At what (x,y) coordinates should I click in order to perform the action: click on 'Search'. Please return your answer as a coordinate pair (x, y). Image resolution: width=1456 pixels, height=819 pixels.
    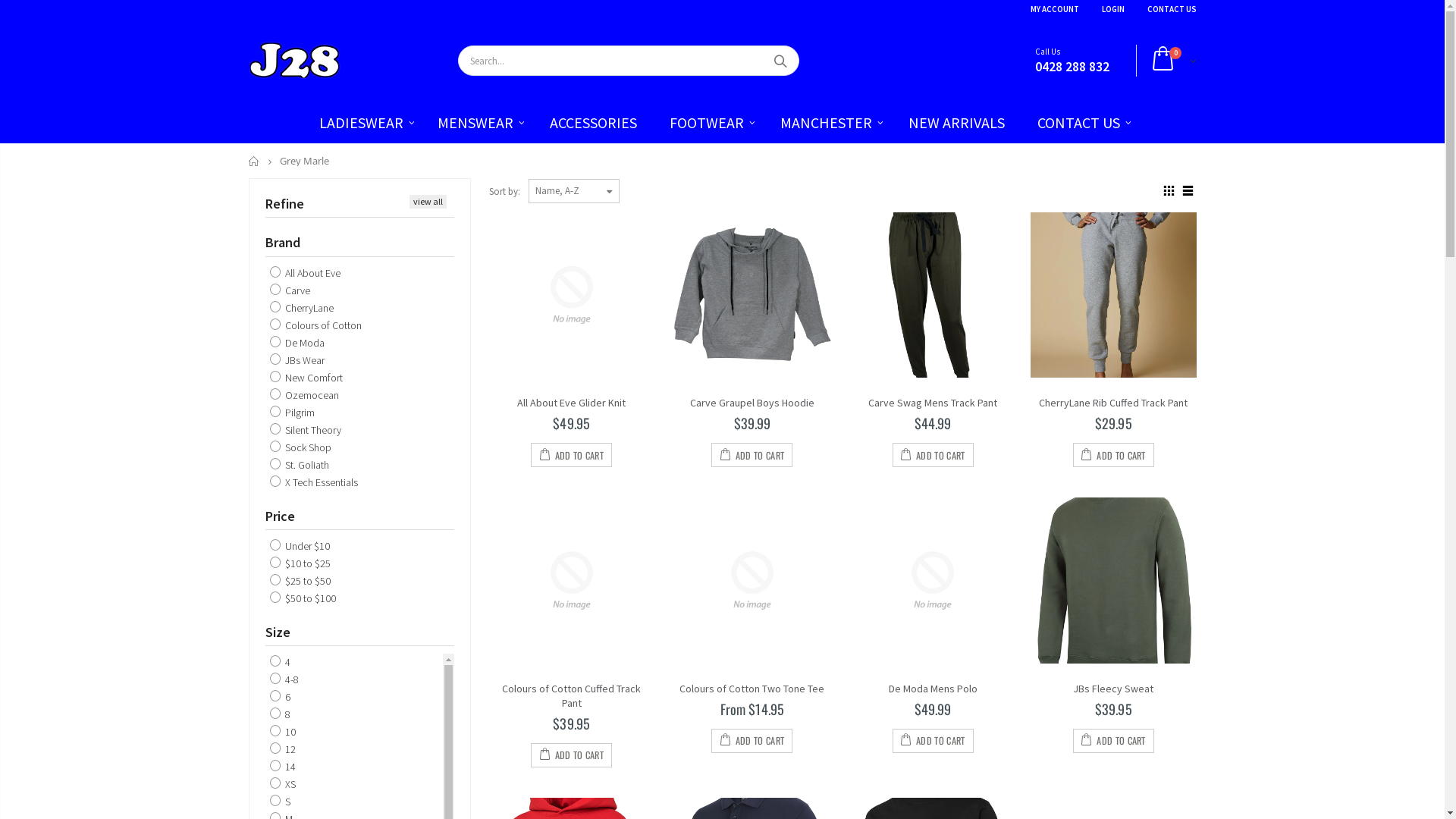
    Looking at the image, I should click on (780, 60).